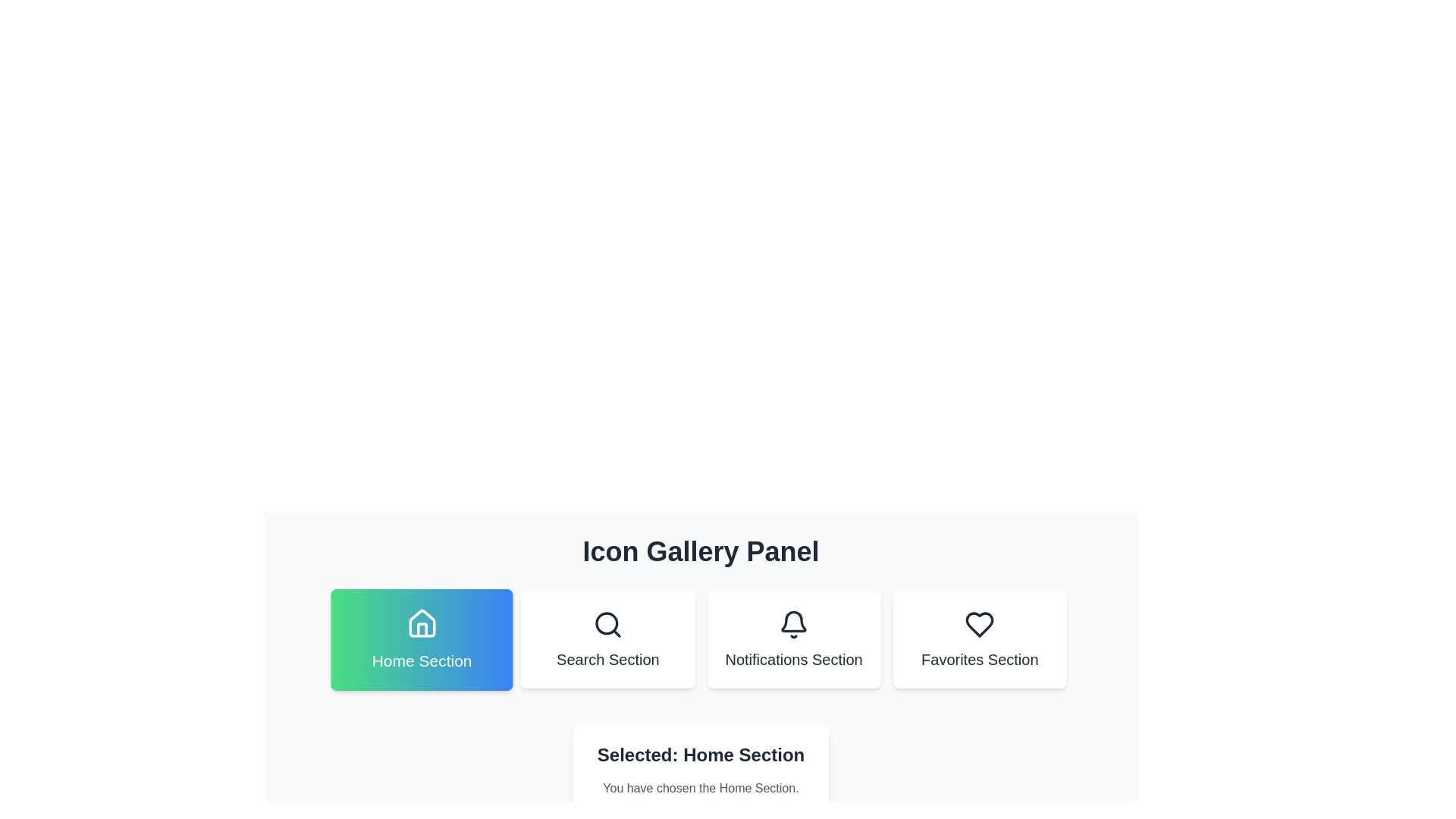  Describe the element at coordinates (793, 659) in the screenshot. I see `the 'Notifications Section' text label, which is a bold label centered within a card-like box with rounded corners and a shadow effect, located third from the left in a row of similar boxes` at that location.